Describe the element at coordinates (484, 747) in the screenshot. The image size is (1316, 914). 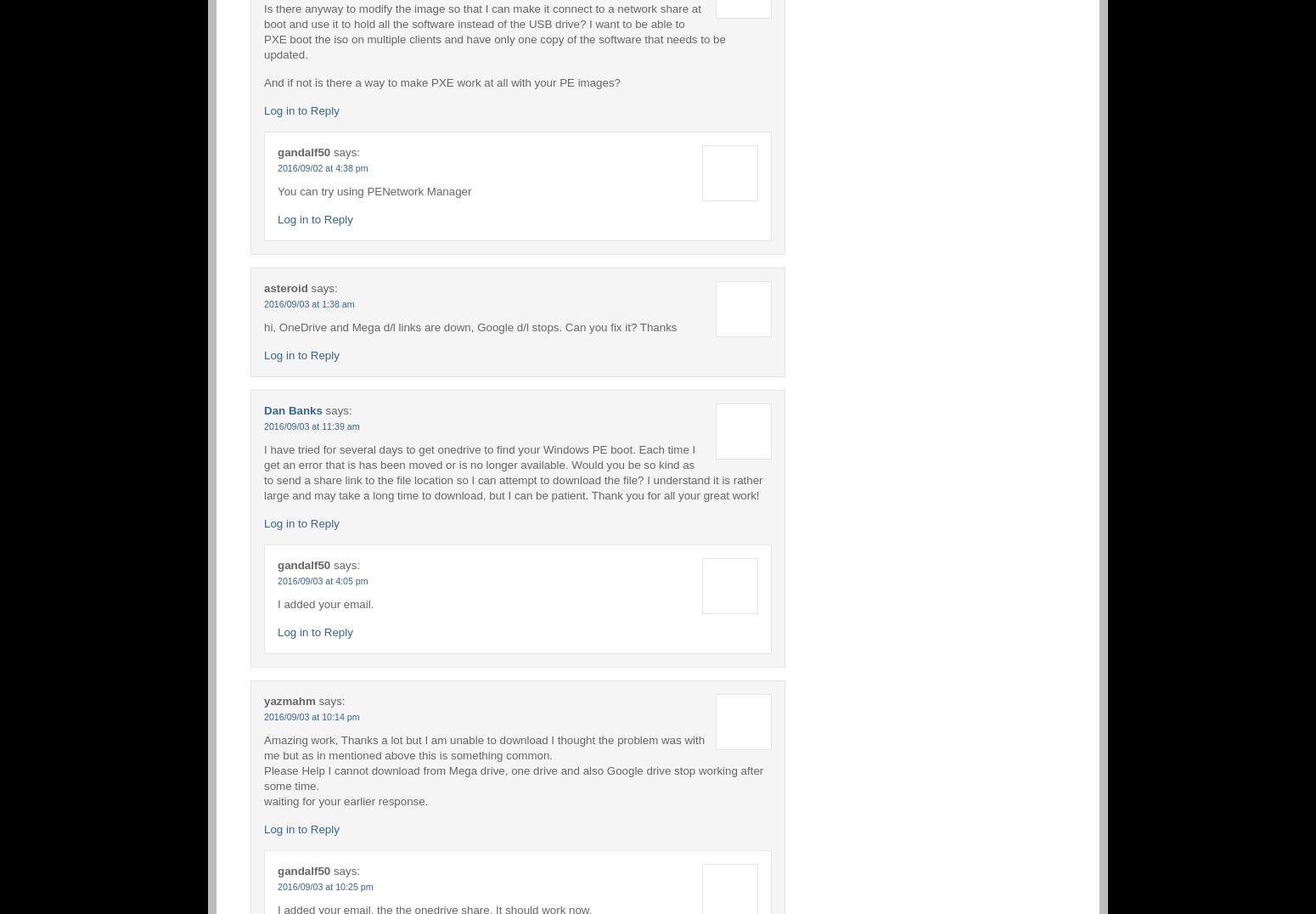
I see `'Amazing work, Thanks a lot but I am unable to download I thought the problem was with me but as in mentioned above this is something common.'` at that location.